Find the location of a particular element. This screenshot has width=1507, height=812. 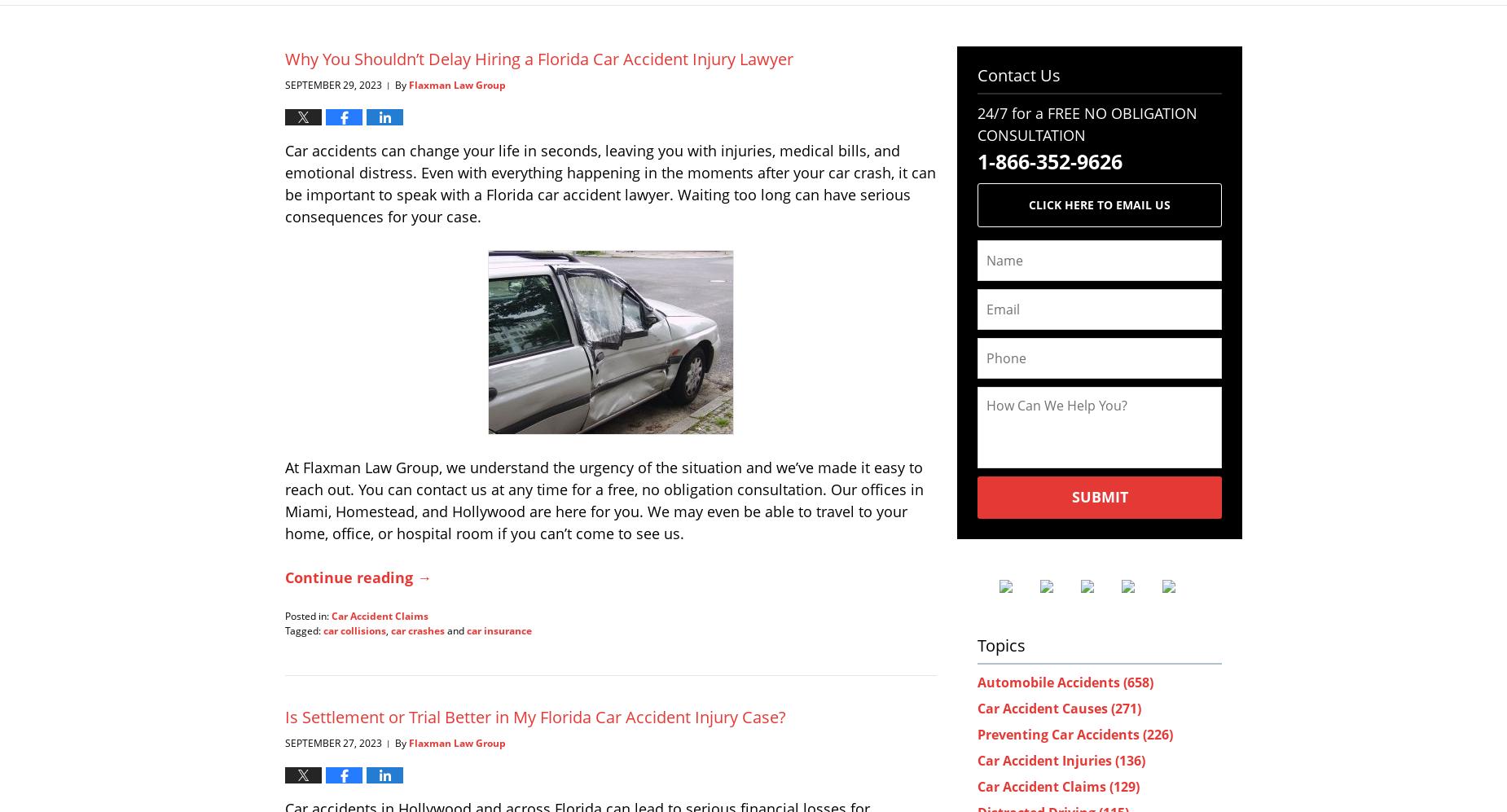

'(136)' is located at coordinates (1129, 759).